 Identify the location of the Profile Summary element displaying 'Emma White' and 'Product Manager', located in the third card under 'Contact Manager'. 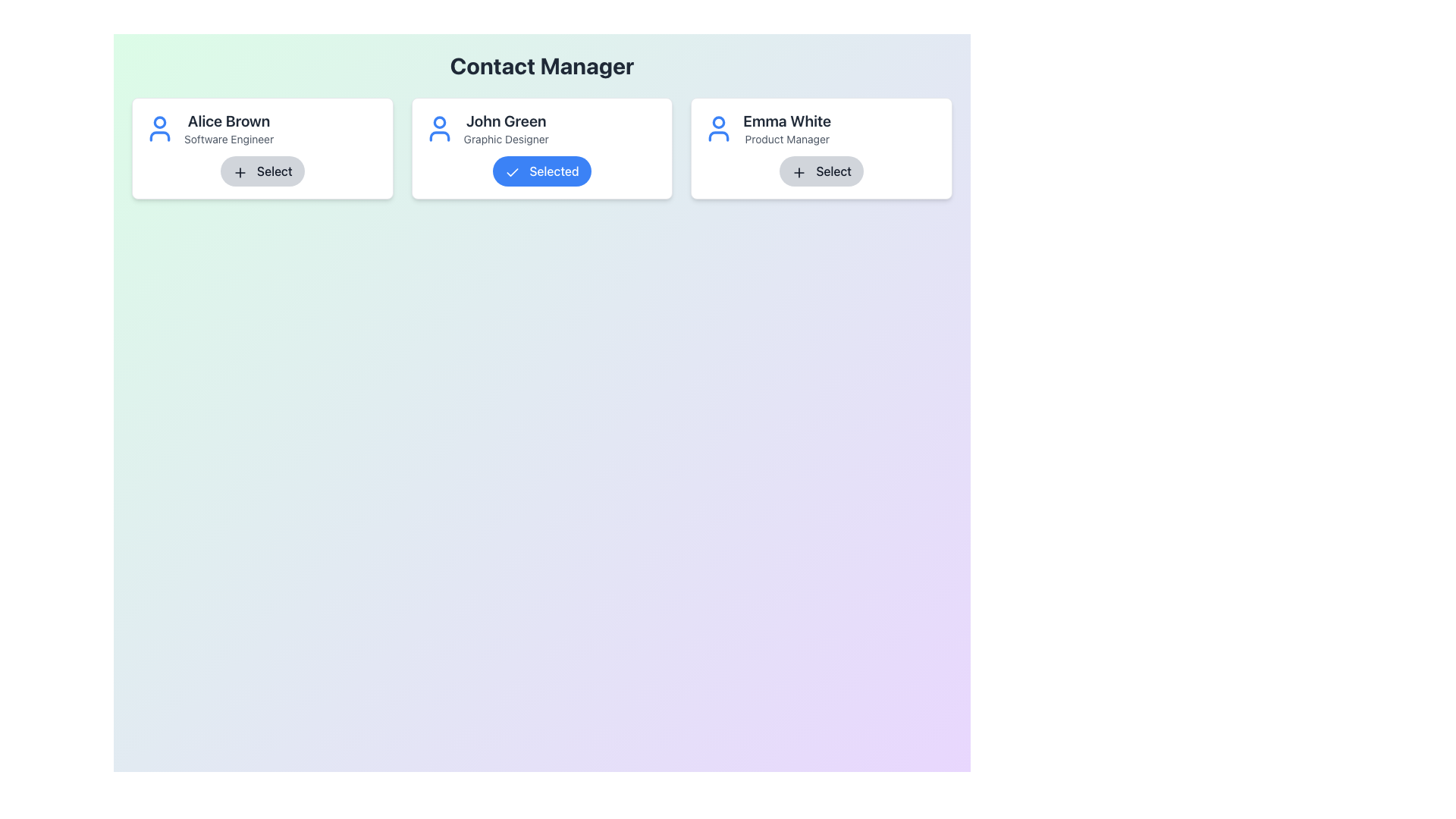
(821, 127).